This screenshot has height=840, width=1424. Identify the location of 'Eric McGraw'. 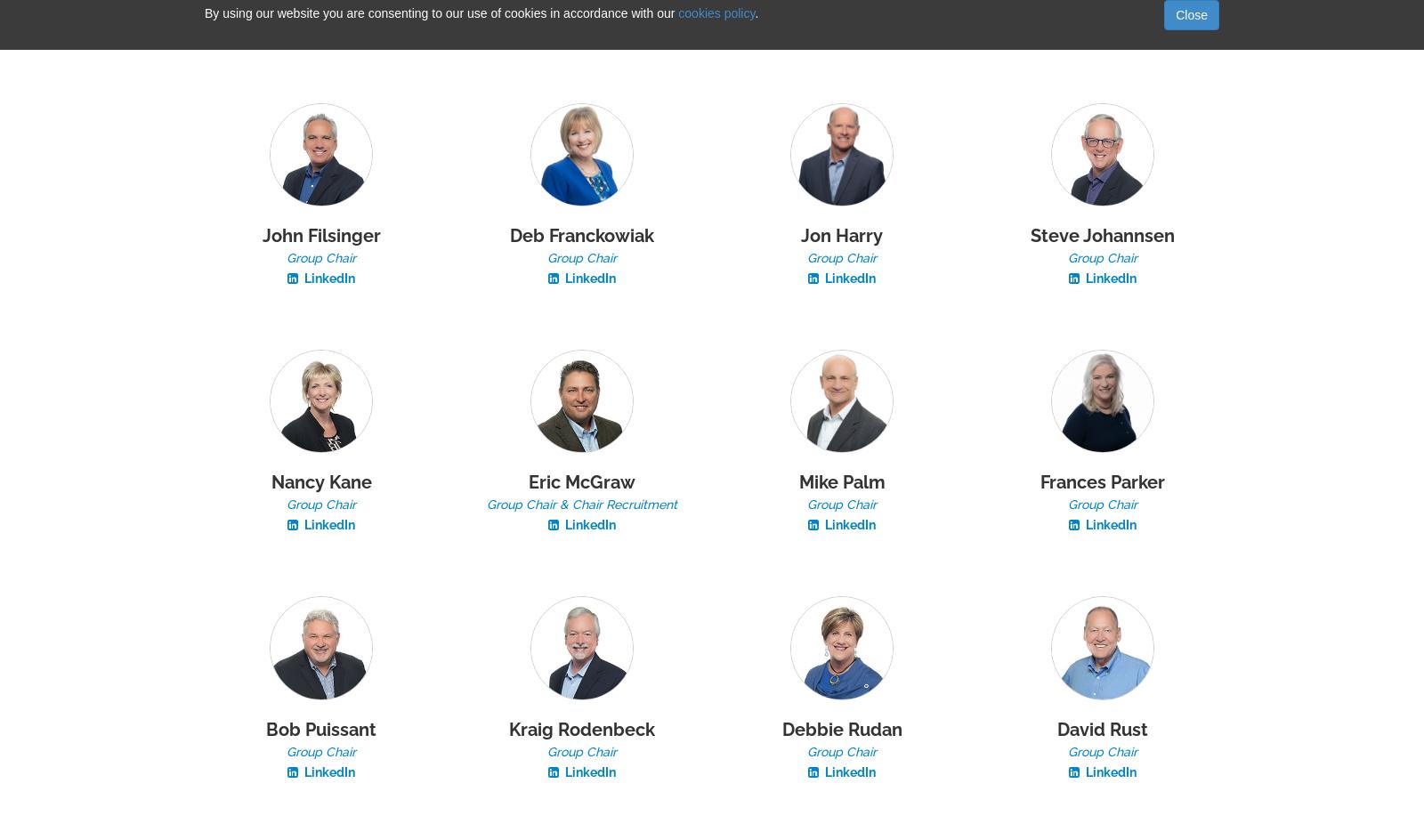
(526, 481).